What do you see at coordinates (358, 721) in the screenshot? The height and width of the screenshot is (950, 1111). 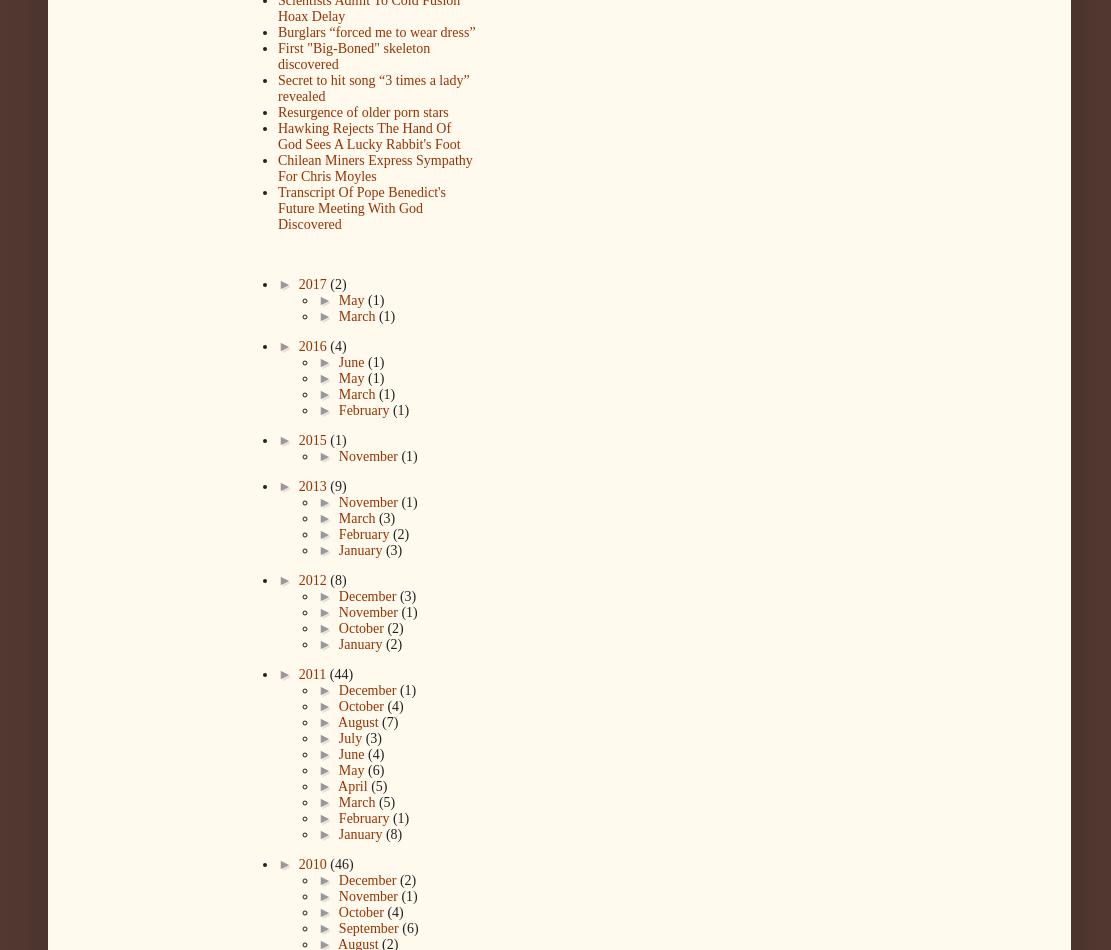 I see `'August'` at bounding box center [358, 721].